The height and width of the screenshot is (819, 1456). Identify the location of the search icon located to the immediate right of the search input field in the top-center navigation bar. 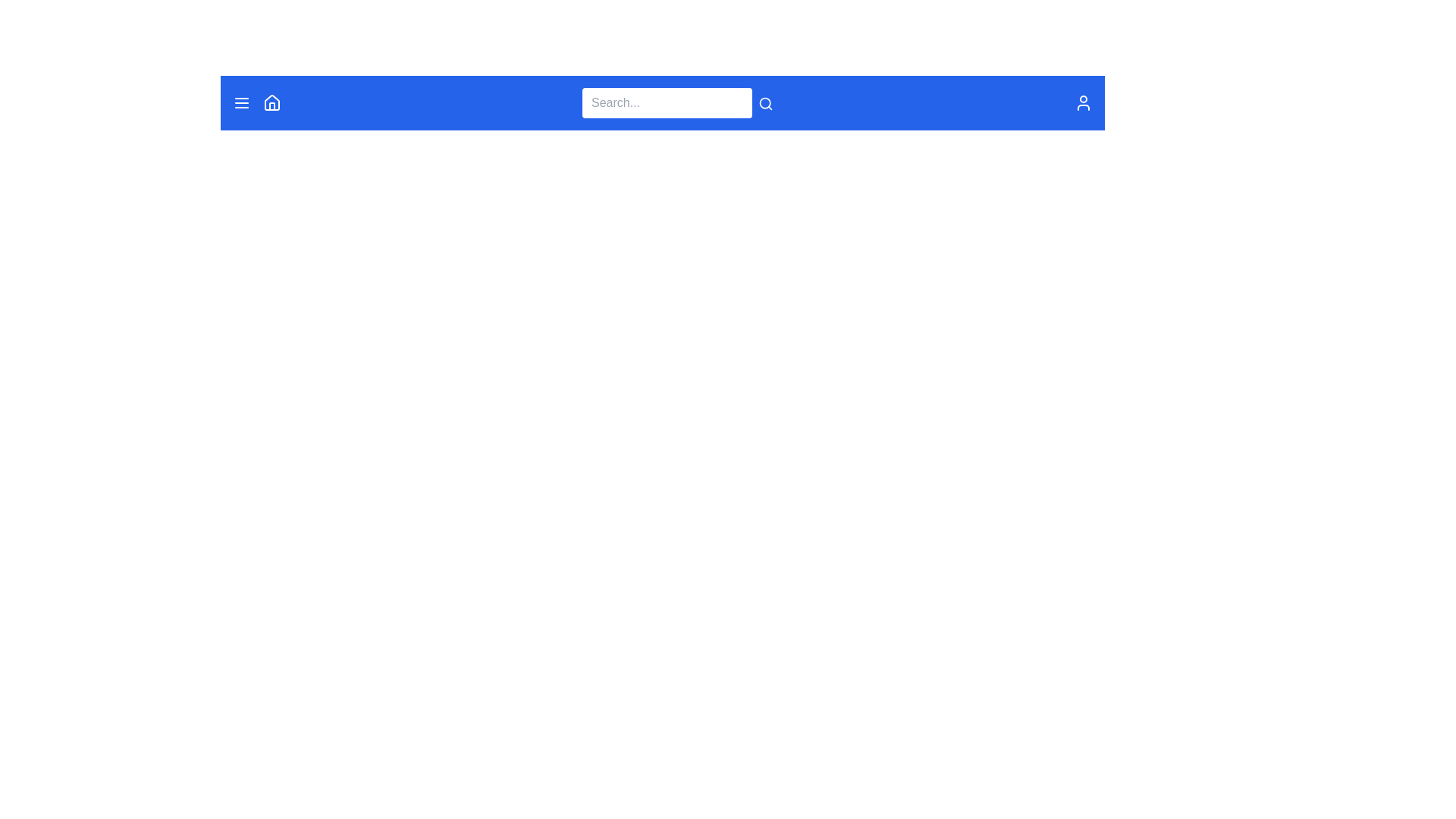
(765, 102).